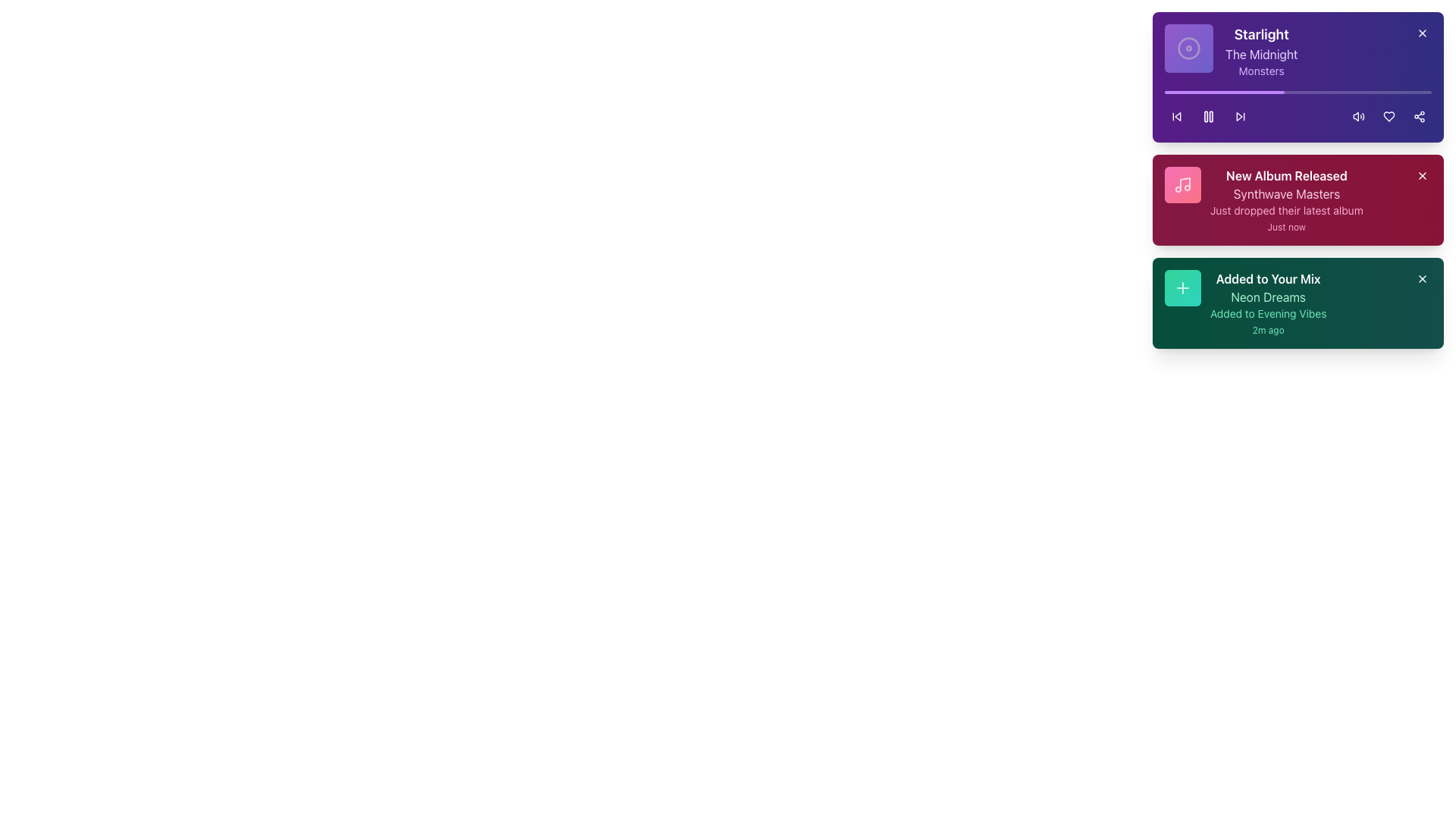  Describe the element at coordinates (1280, 93) in the screenshot. I see `the progress bar` at that location.